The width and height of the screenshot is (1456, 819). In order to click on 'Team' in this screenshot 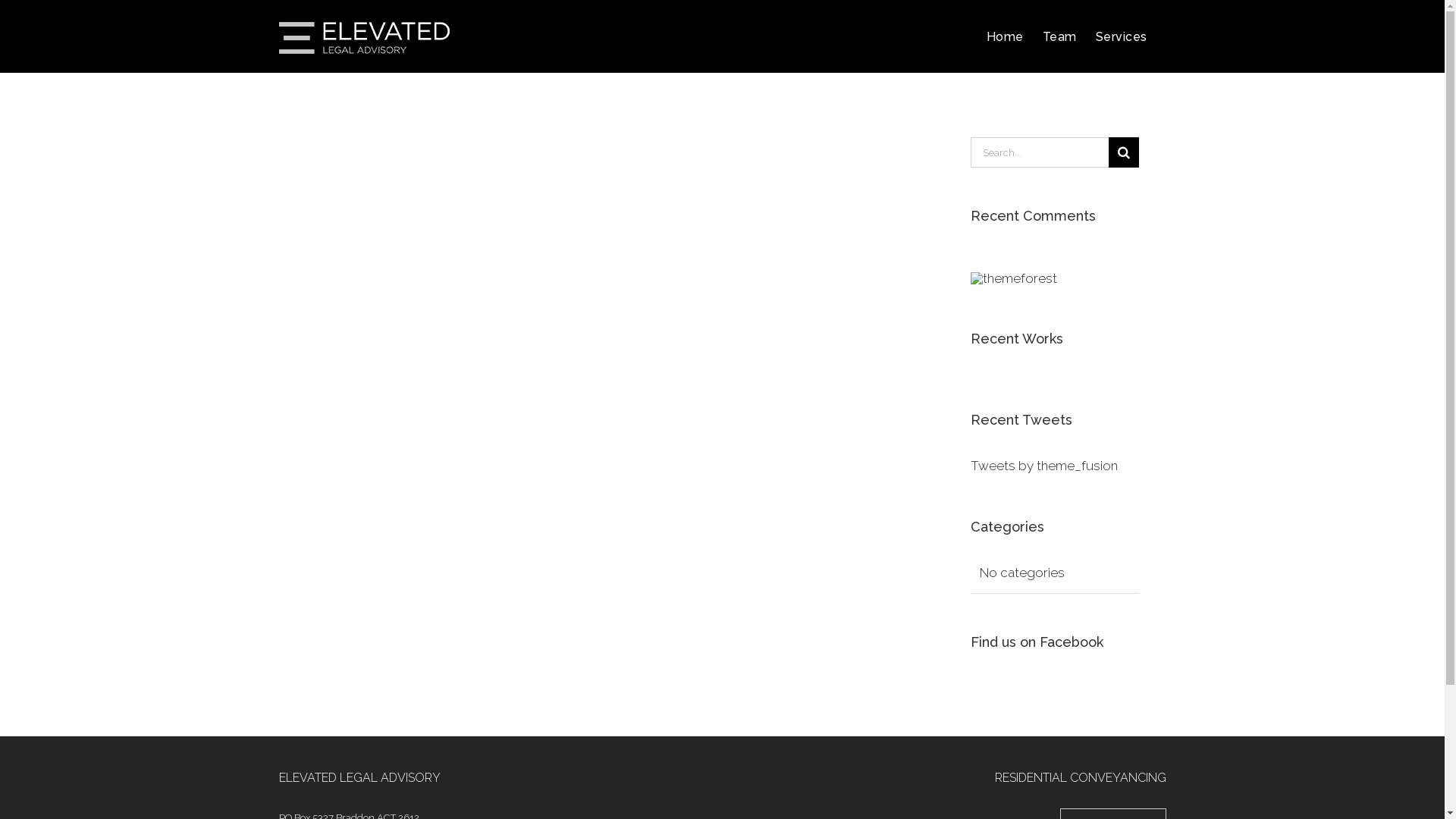, I will do `click(1058, 35)`.